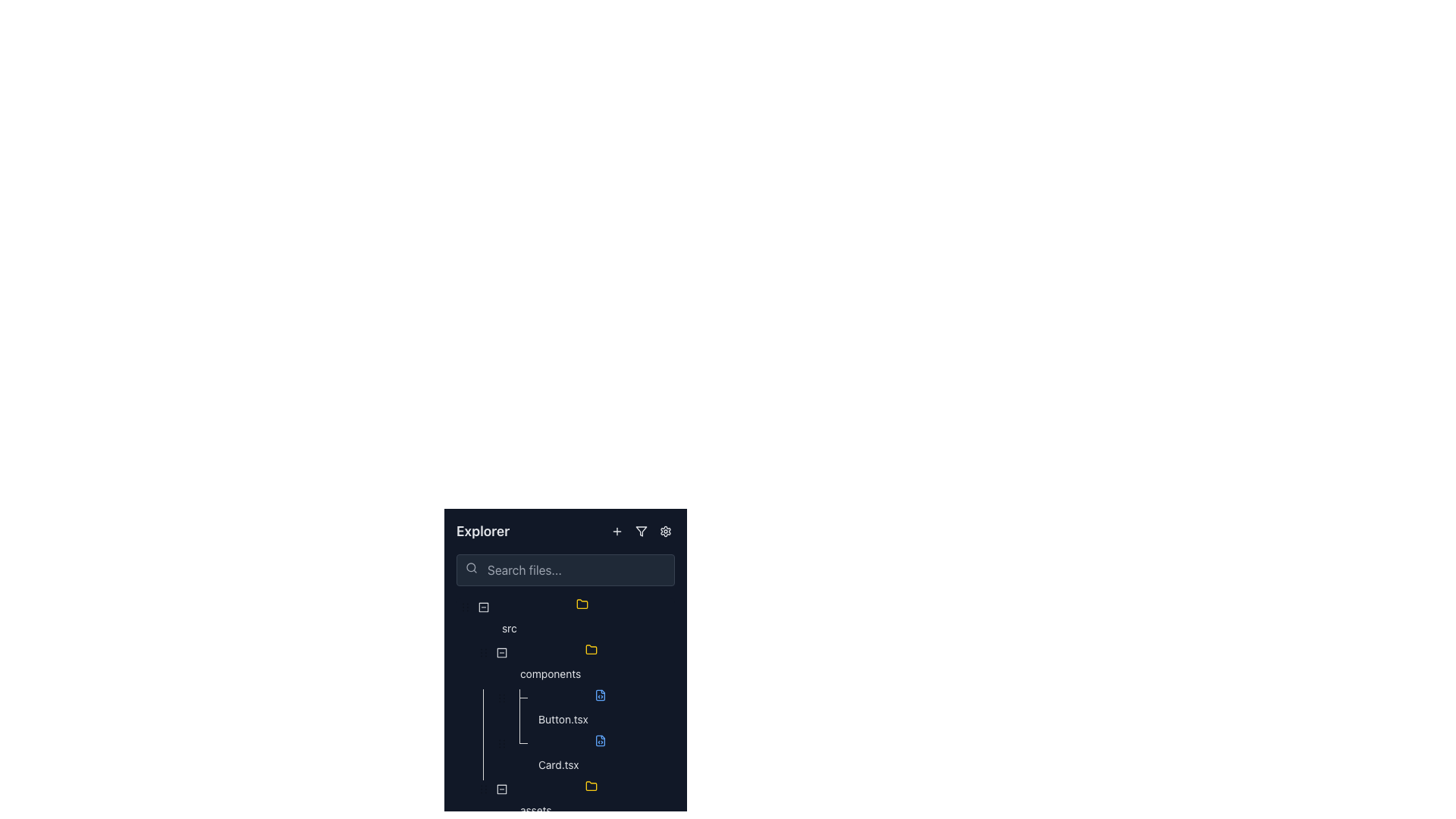 This screenshot has height=819, width=1456. What do you see at coordinates (564, 711) in the screenshot?
I see `the 'Button.tsx' text node` at bounding box center [564, 711].